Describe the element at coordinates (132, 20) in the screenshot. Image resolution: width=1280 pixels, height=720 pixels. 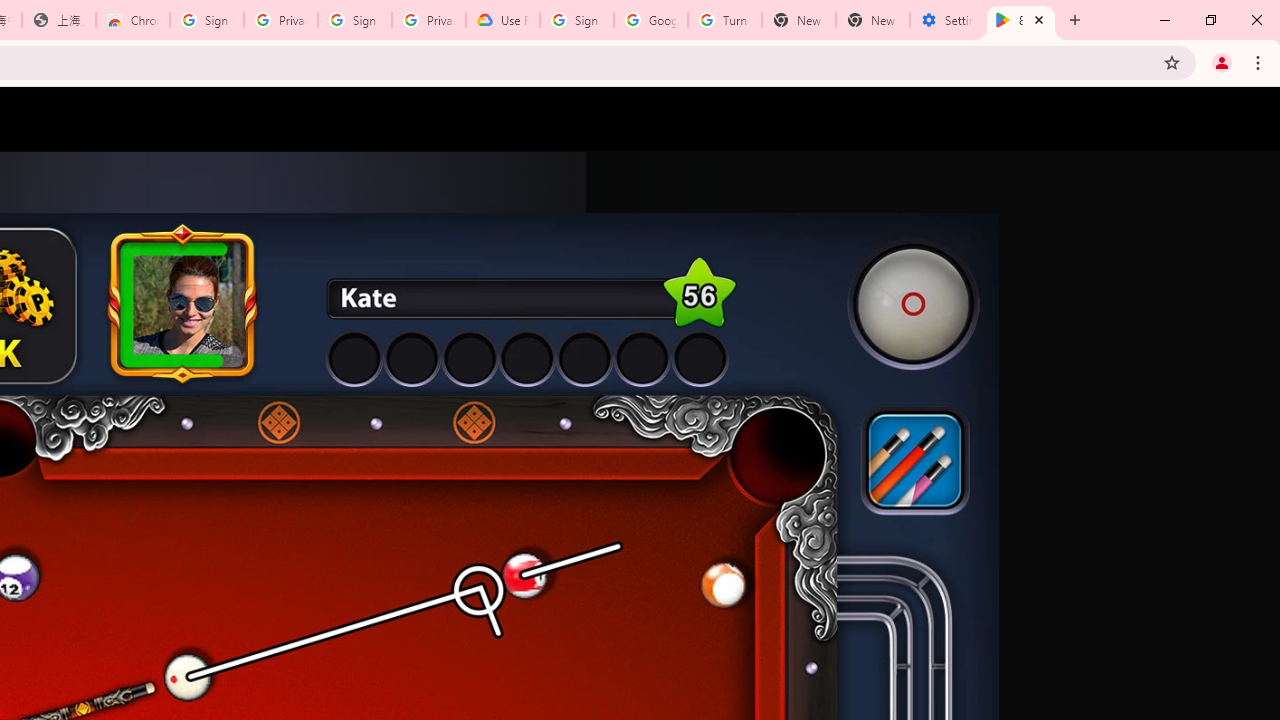
I see `'Chrome Web Store - Color themes by Chrome'` at that location.